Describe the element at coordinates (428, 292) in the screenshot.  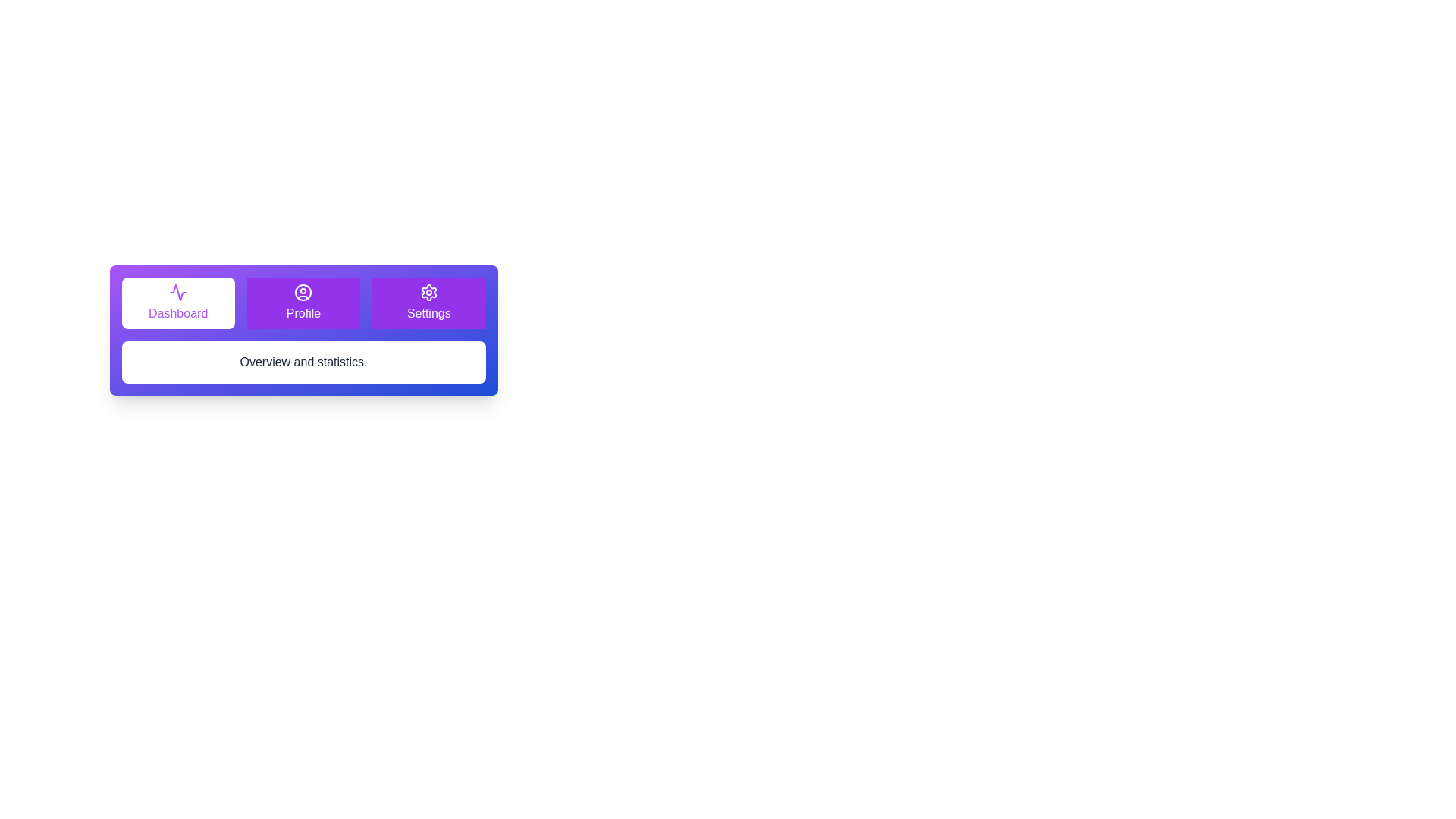
I see `the icon for the Settings tab to activate it` at that location.